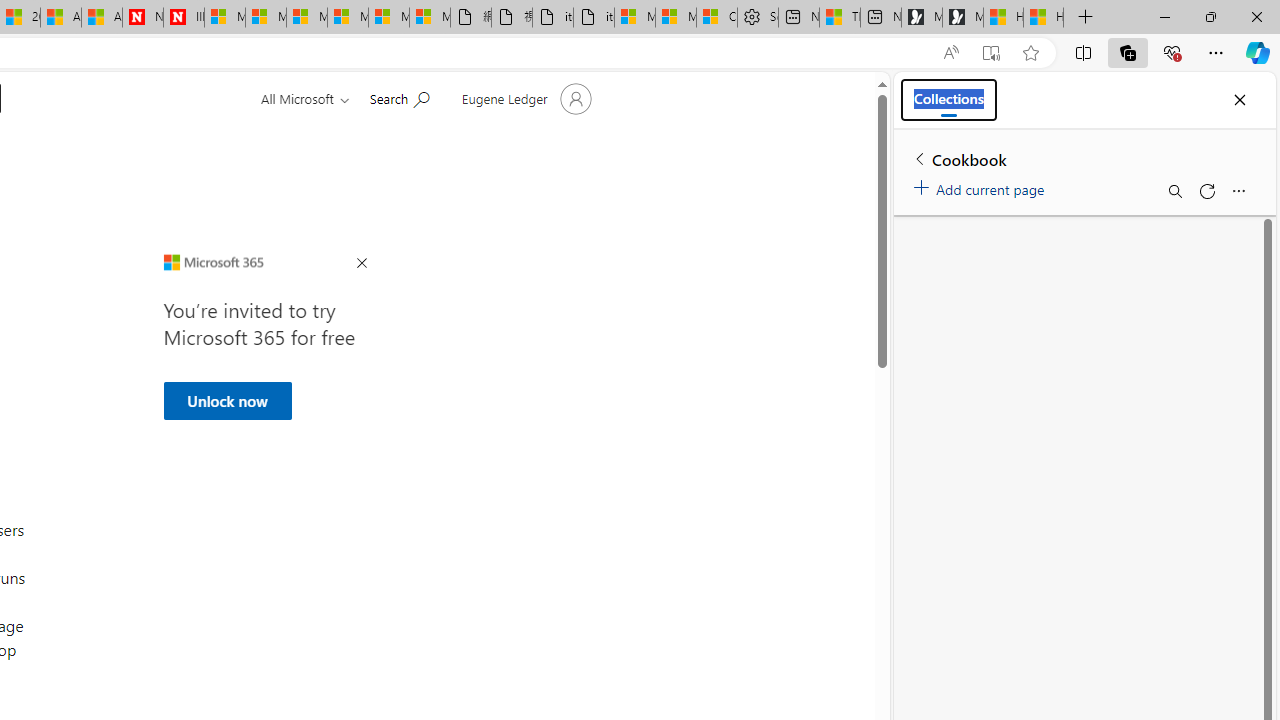 The image size is (1280, 720). Describe the element at coordinates (183, 17) in the screenshot. I see `'Illness news & latest pictures from Newsweek.com'` at that location.